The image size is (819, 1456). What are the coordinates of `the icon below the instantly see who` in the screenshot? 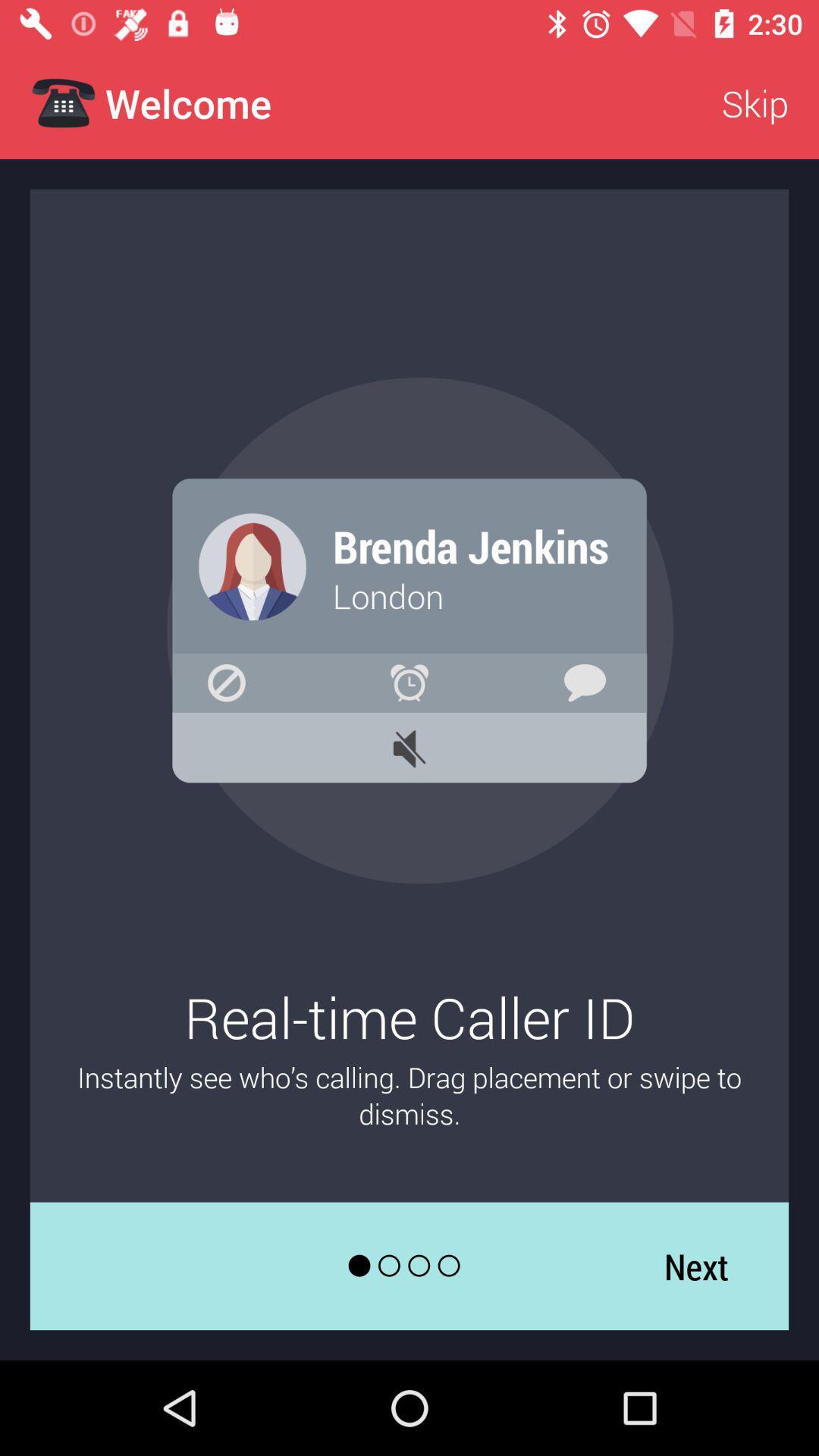 It's located at (696, 1266).